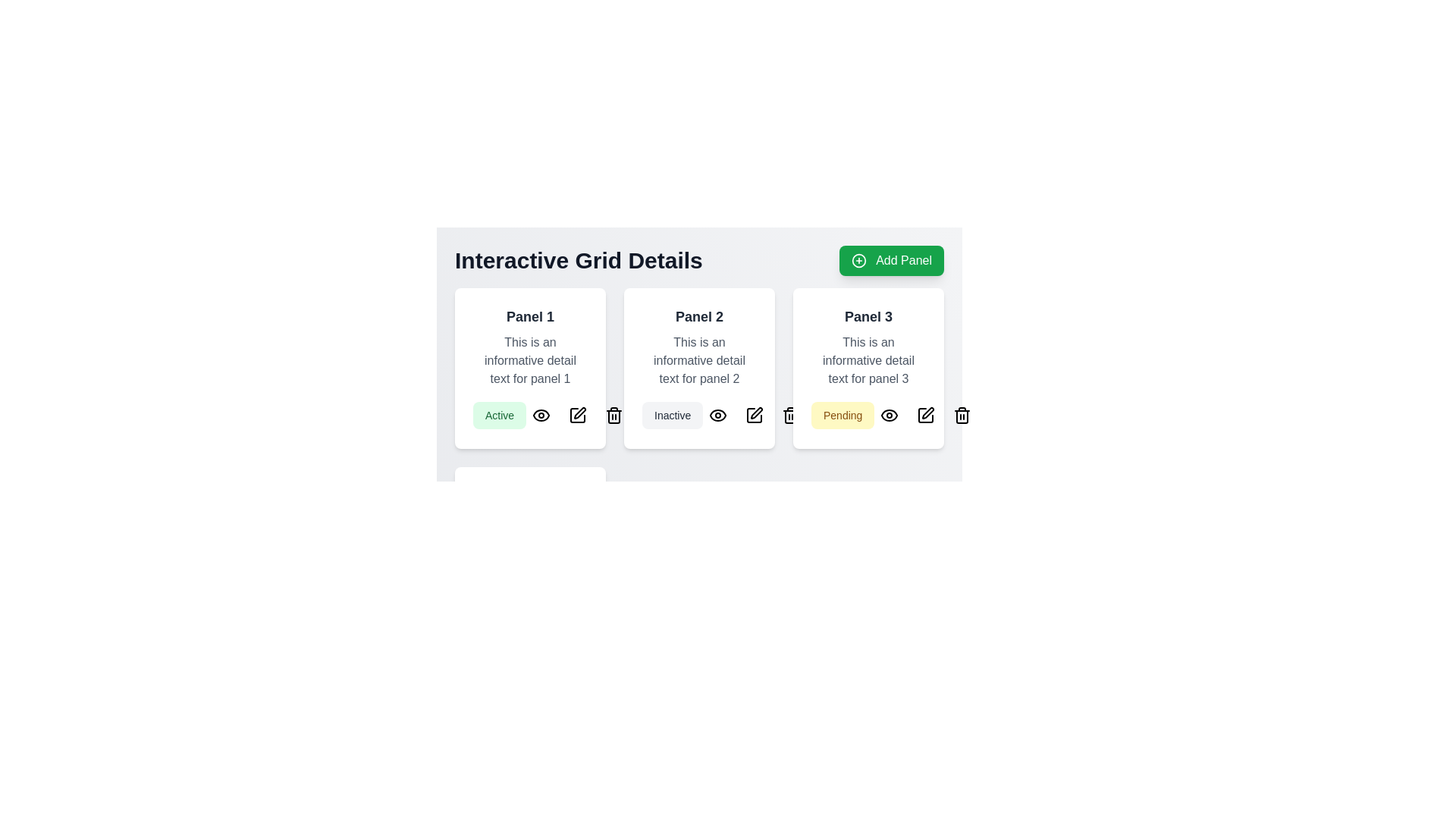 The width and height of the screenshot is (1456, 819). Describe the element at coordinates (541, 415) in the screenshot. I see `the first interactive button in the horizontal group of three icons below the 'Active' status indicator in the 'Panel 1' card to possibly reveal a tooltip` at that location.